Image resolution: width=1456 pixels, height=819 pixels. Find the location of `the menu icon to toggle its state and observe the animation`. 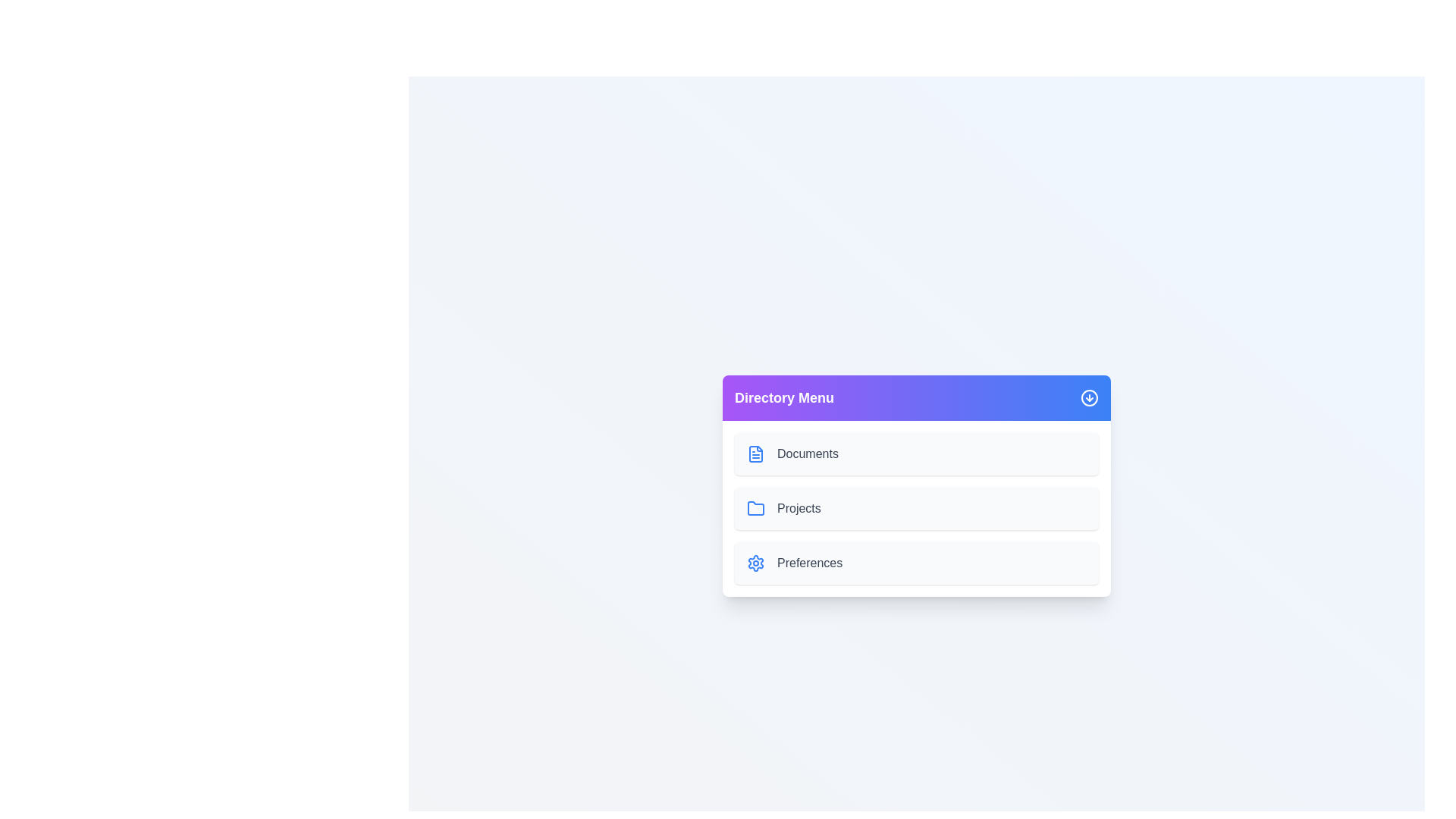

the menu icon to toggle its state and observe the animation is located at coordinates (1088, 397).